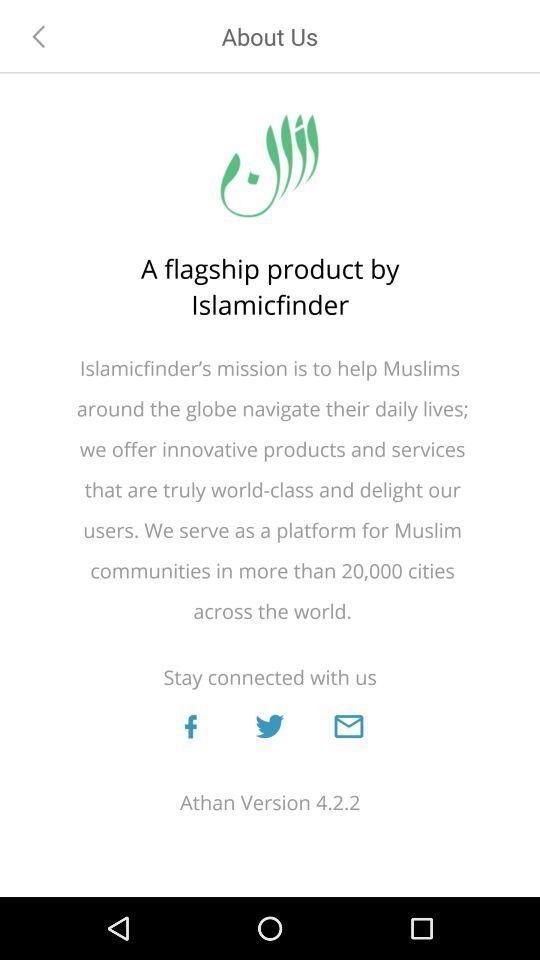  What do you see at coordinates (39, 35) in the screenshot?
I see `the item above the a flagship product` at bounding box center [39, 35].